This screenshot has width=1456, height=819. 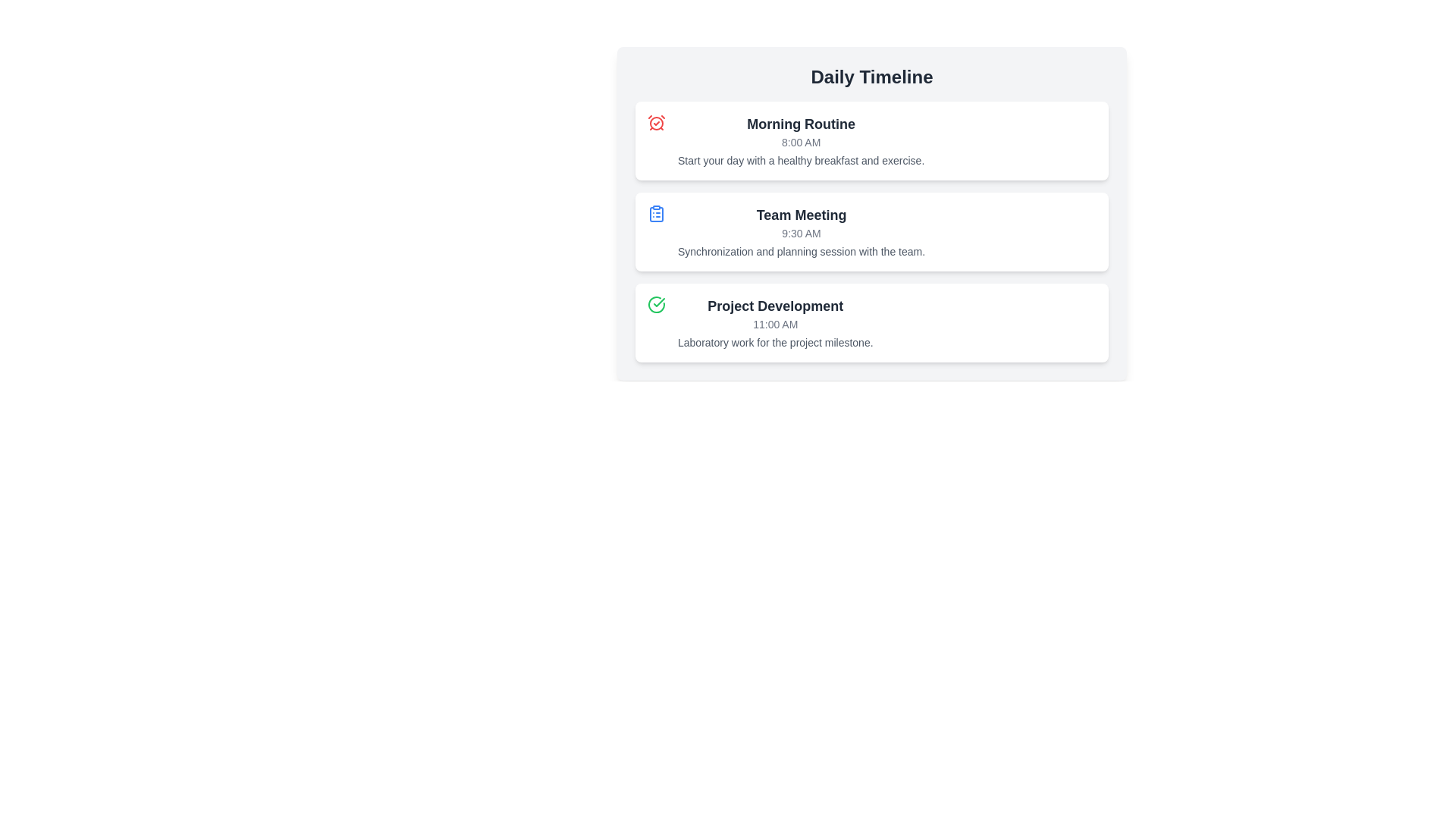 What do you see at coordinates (656, 304) in the screenshot?
I see `the larger circular segment within the green circular icon with a check mark, located beside the 'Project Development' entry in the 'Daily Timeline'` at bounding box center [656, 304].